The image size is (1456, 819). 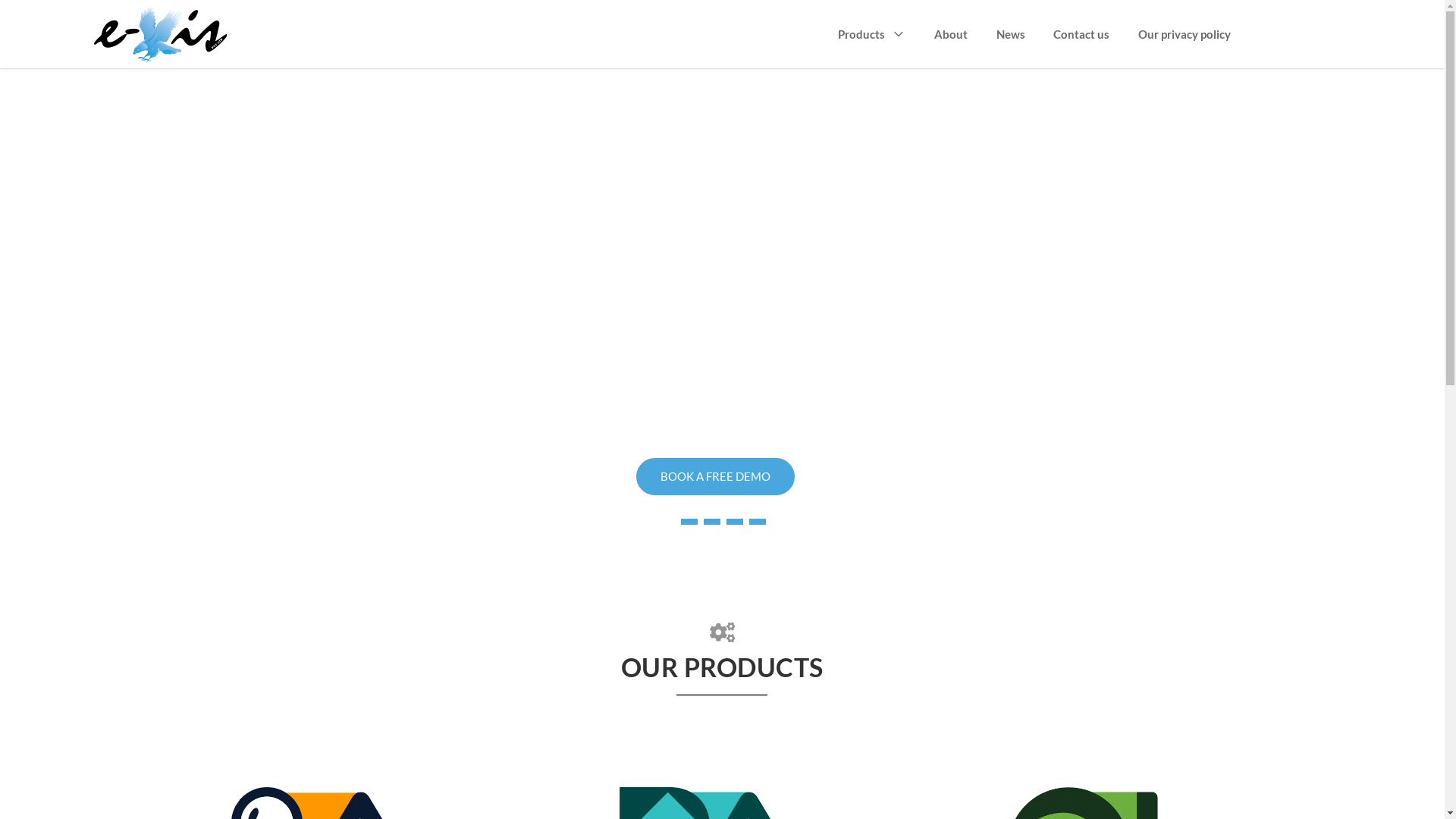 I want to click on 'About', so click(x=949, y=34).